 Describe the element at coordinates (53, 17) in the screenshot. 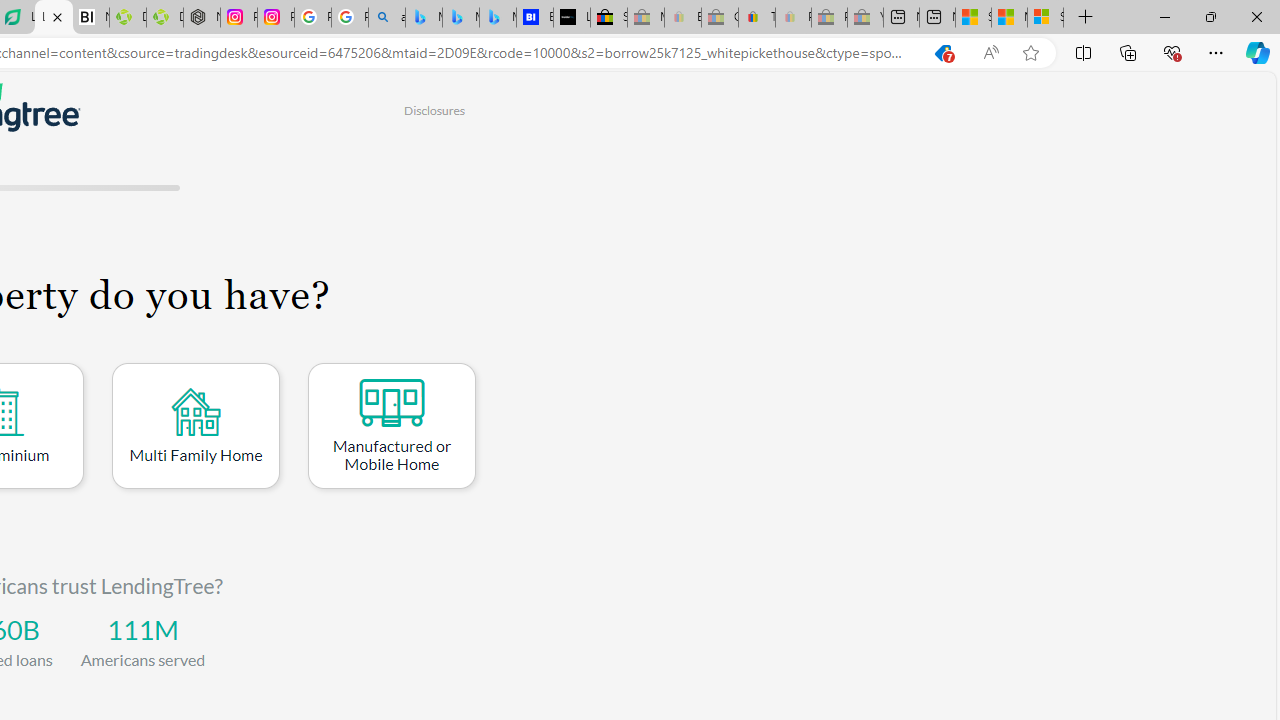

I see `'LendingTree - Compare Lenders'` at that location.